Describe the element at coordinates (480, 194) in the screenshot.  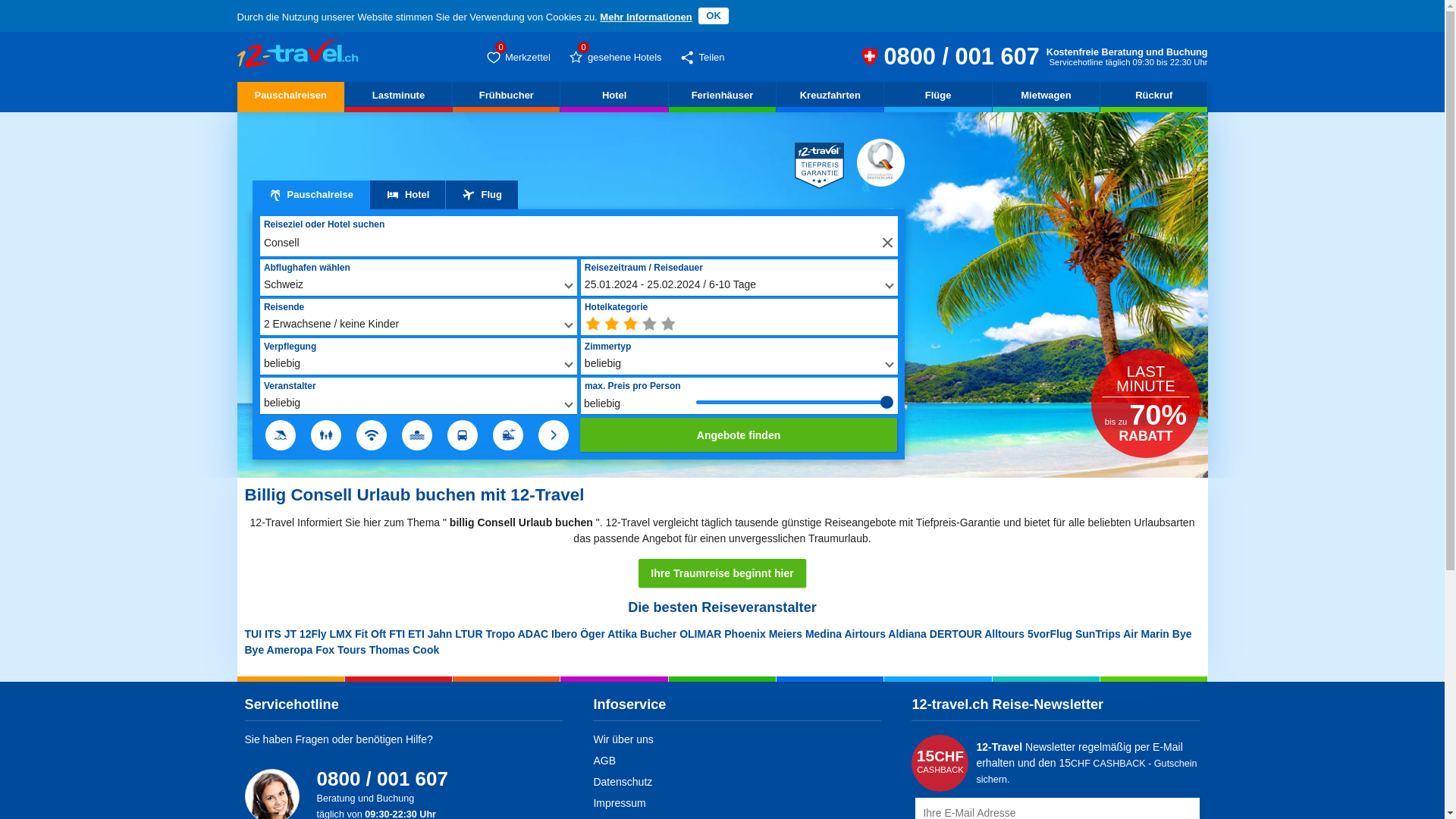
I see `'Flug'` at that location.